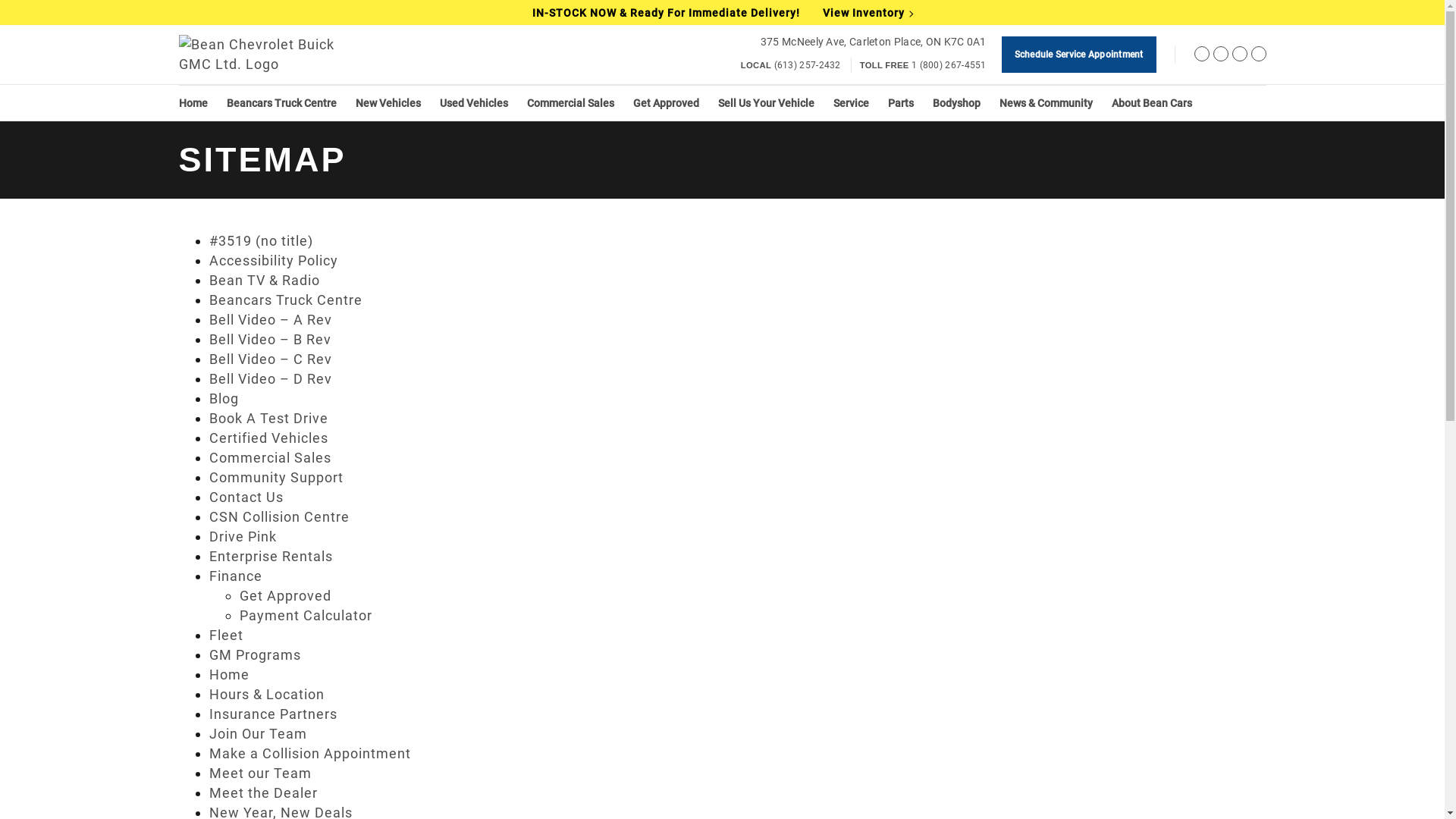  I want to click on 'Meet the Dealer', so click(263, 792).